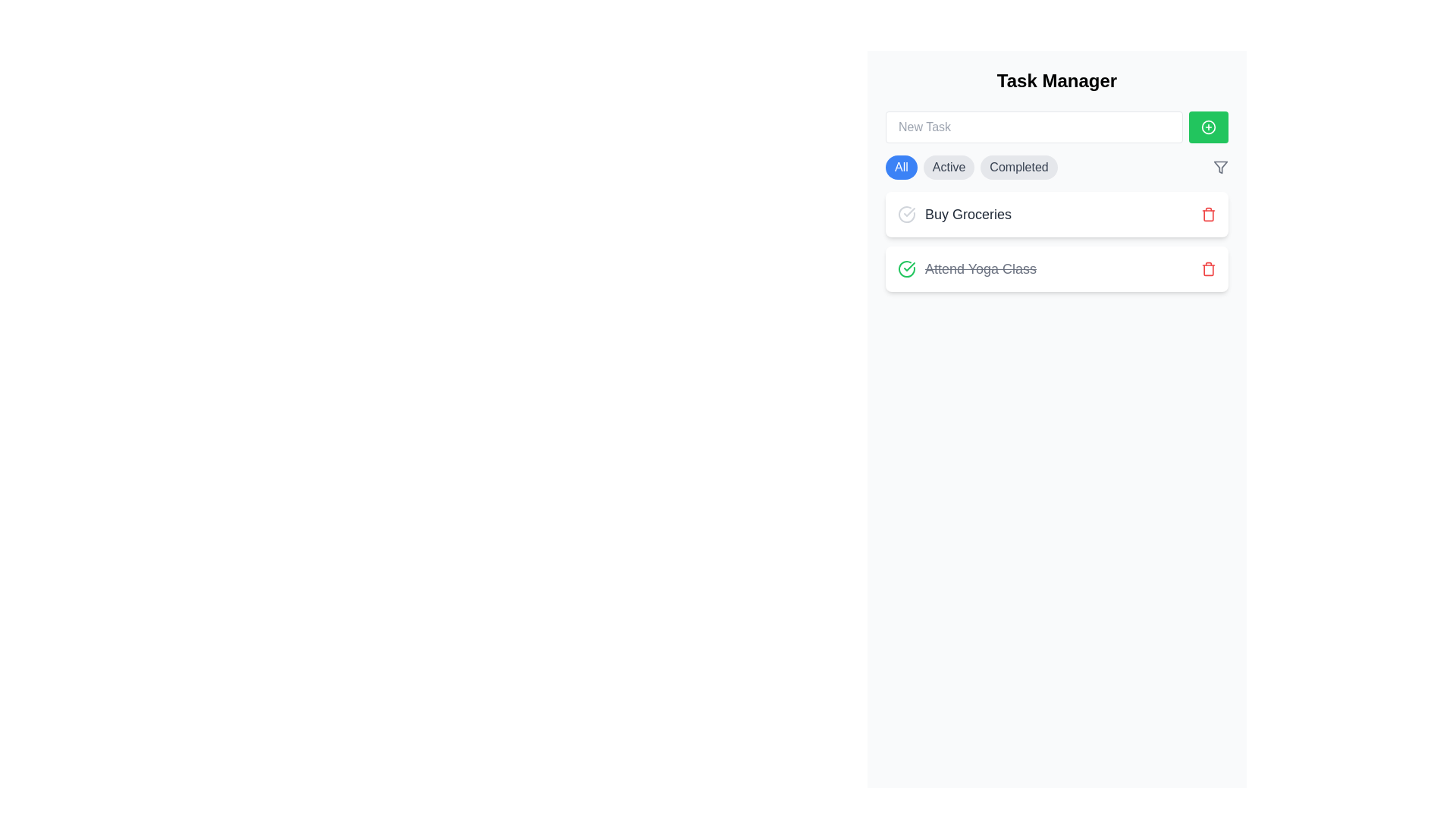 The height and width of the screenshot is (819, 1456). What do you see at coordinates (1220, 167) in the screenshot?
I see `the triangular funnel icon located at the top-right corner of the interface, adjacent to a green button with a plus sign` at bounding box center [1220, 167].